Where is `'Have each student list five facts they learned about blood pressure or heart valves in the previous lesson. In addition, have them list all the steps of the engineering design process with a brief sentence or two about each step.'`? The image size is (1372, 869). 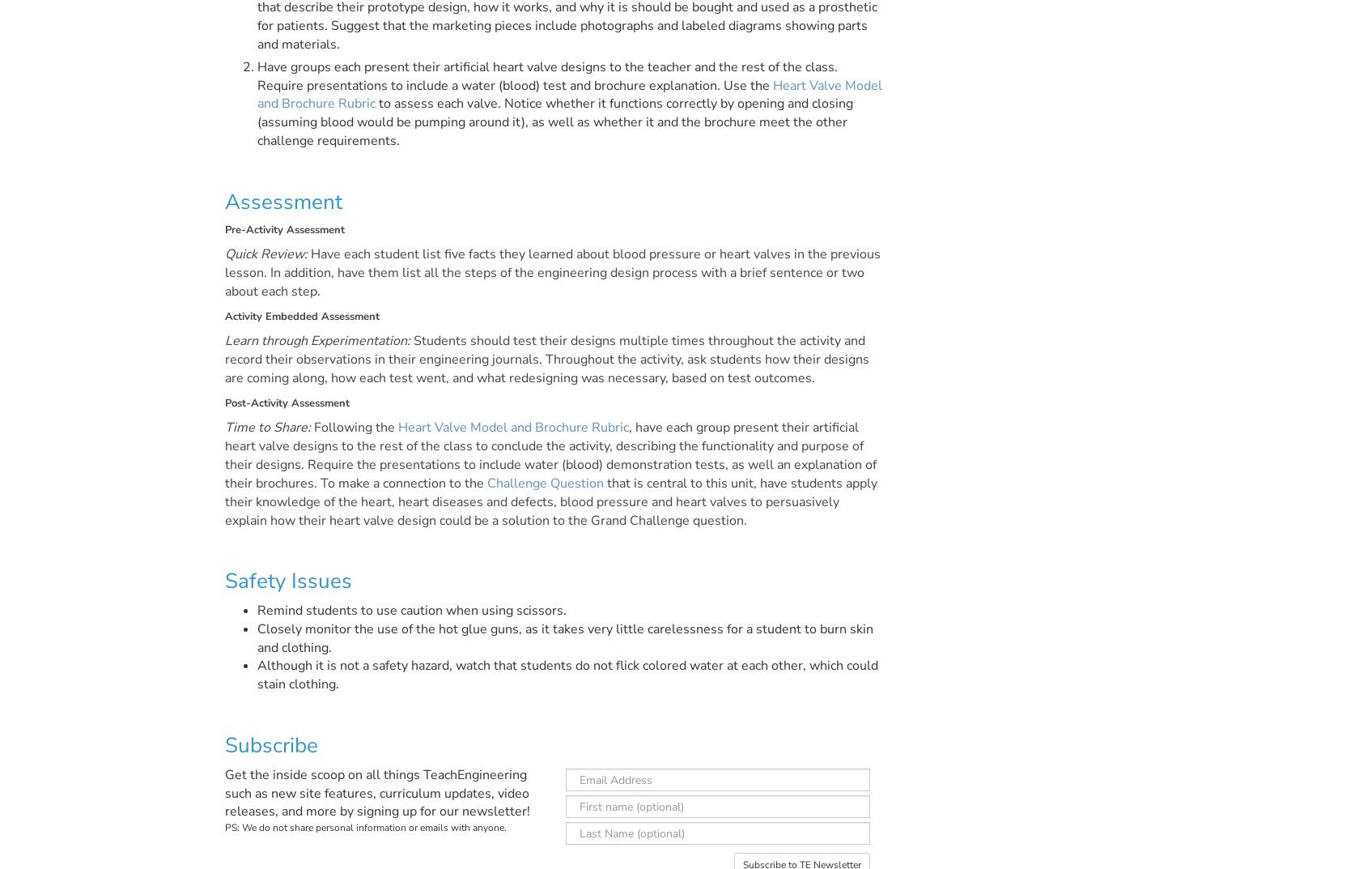 'Have each student list five facts they learned about blood pressure or heart valves in the previous lesson. In addition, have them list all the steps of the engineering design process with a brief sentence or two about each step.' is located at coordinates (552, 272).